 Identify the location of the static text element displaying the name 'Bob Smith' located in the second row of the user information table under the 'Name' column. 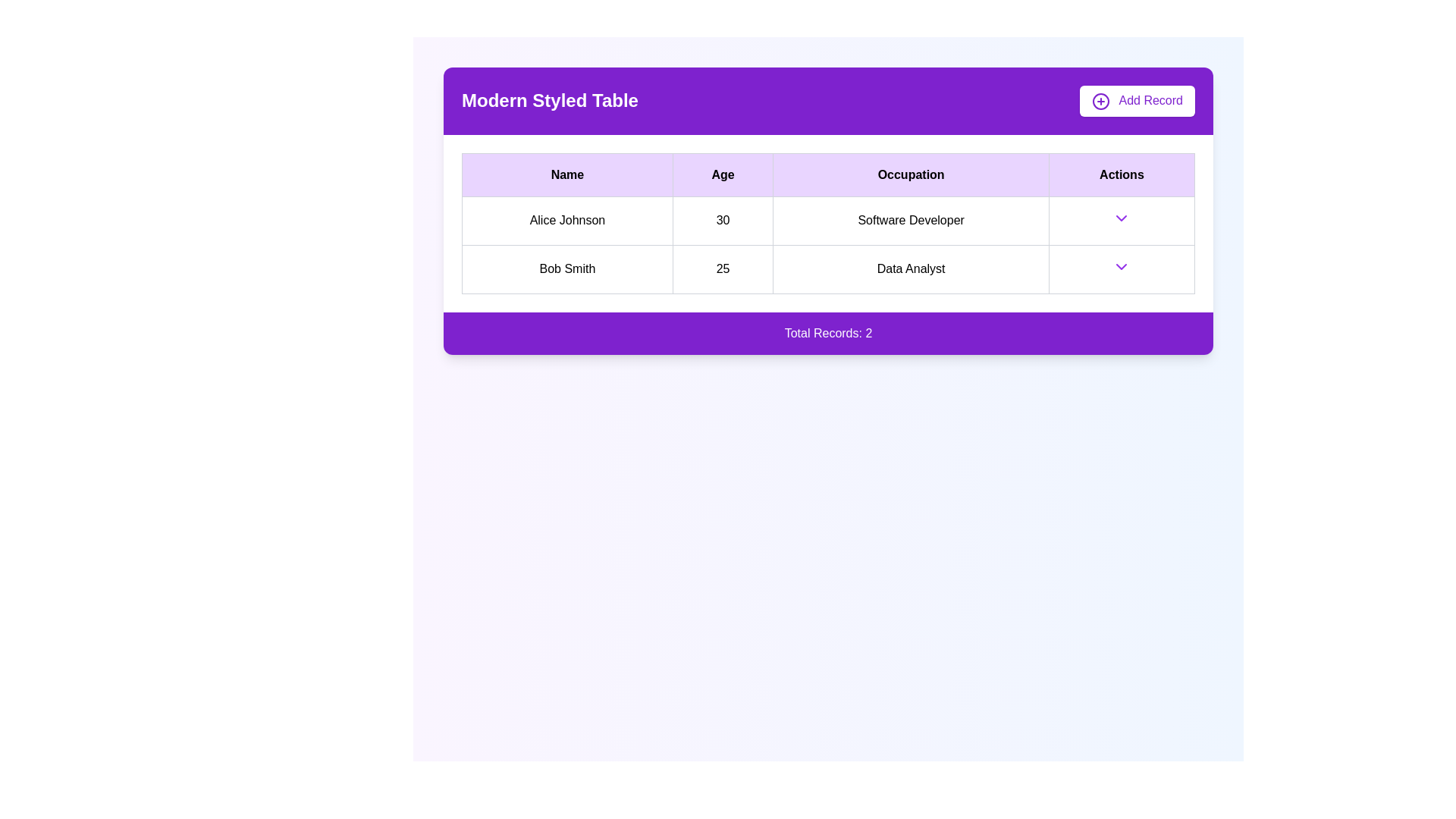
(566, 268).